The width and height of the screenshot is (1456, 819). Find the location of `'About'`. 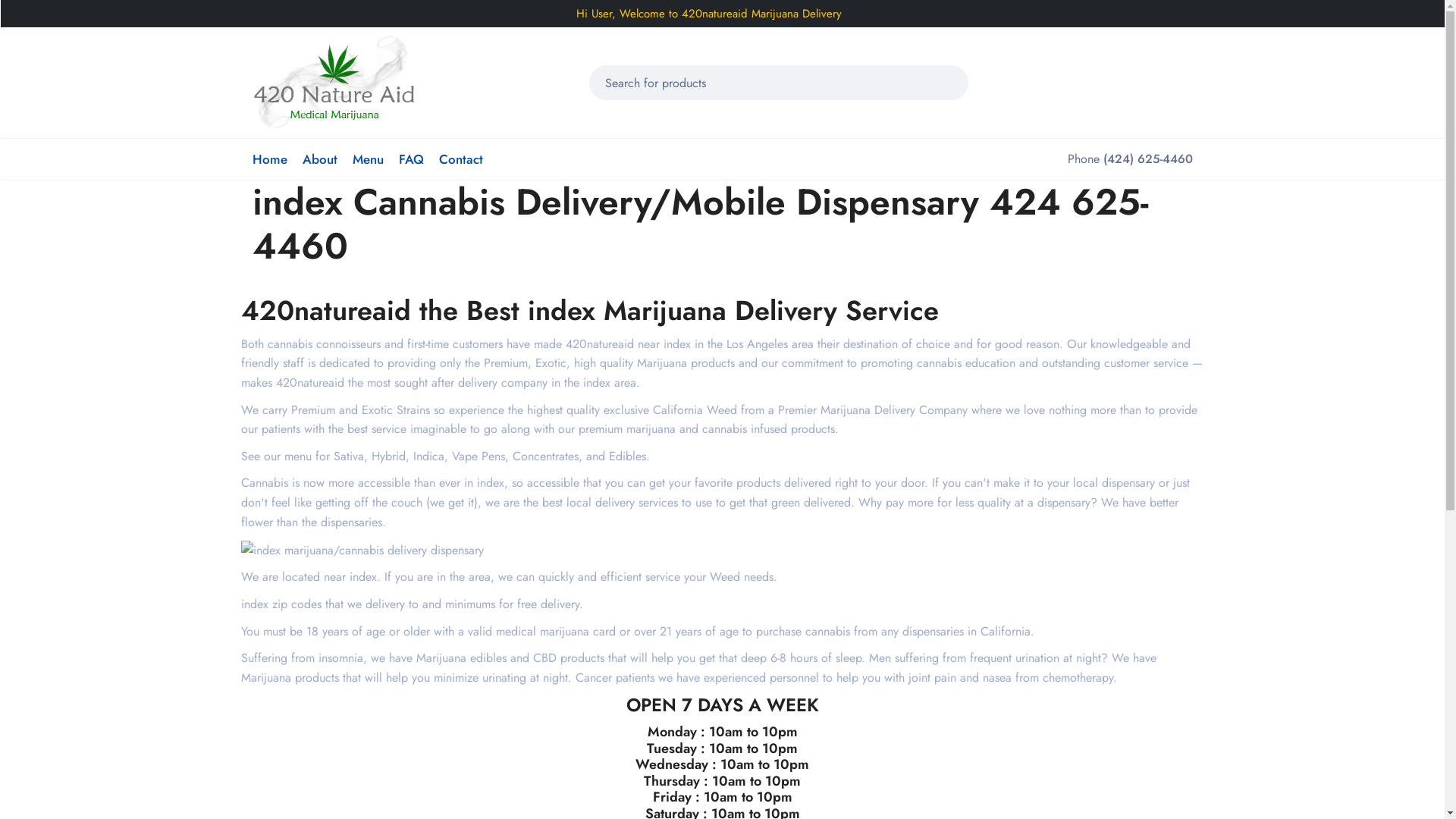

'About' is located at coordinates (318, 158).